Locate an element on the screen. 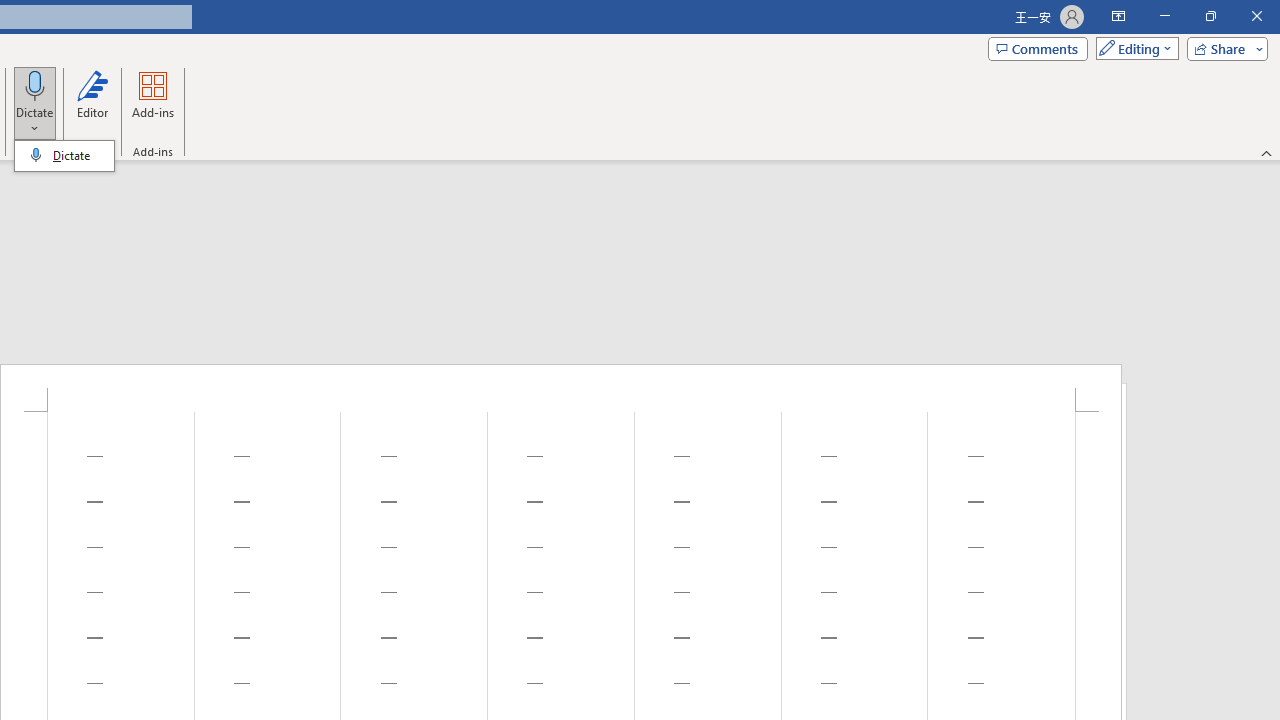 The image size is (1280, 720). 'Comments' is located at coordinates (1038, 47).